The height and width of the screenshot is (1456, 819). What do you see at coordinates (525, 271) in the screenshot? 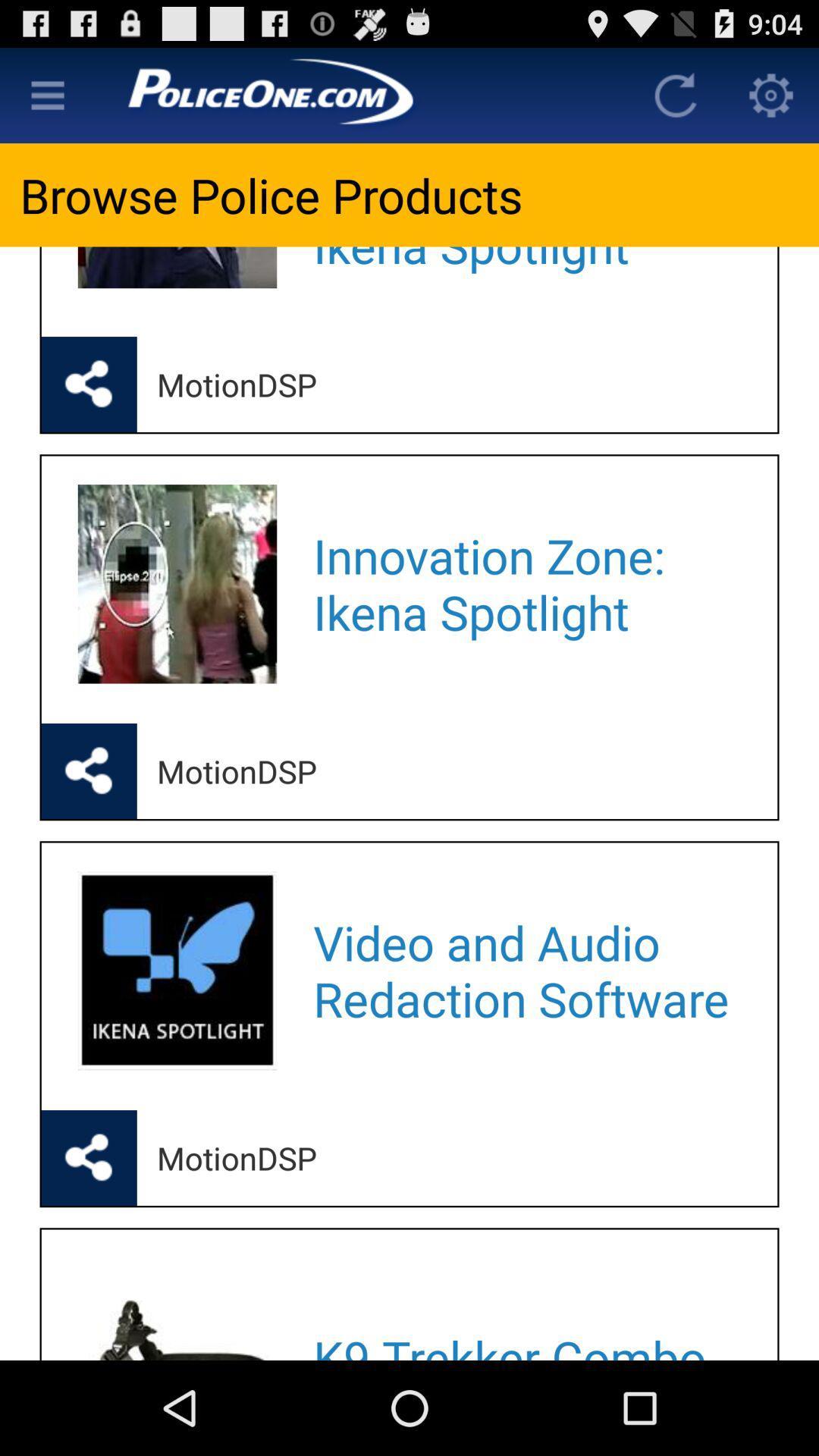
I see `attend an online` at bounding box center [525, 271].